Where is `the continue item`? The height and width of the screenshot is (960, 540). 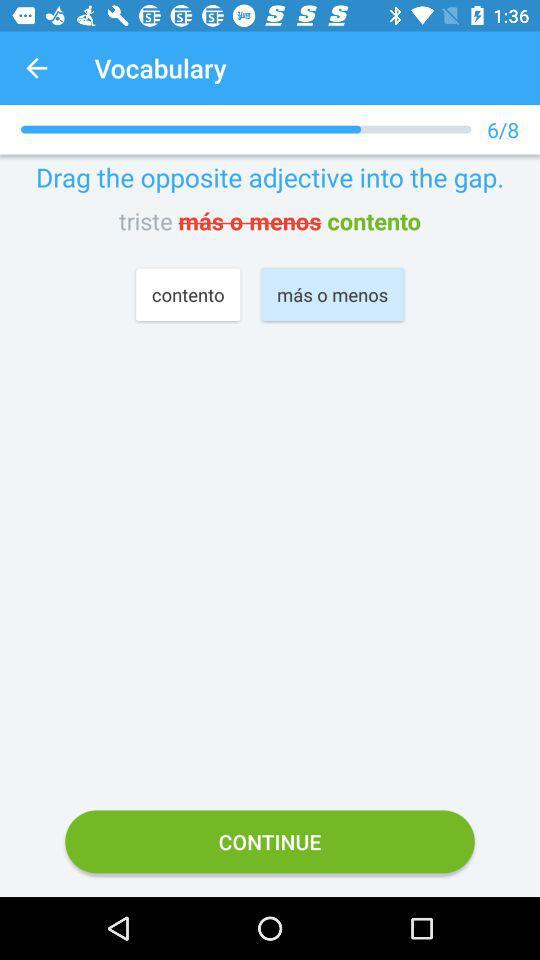 the continue item is located at coordinates (270, 840).